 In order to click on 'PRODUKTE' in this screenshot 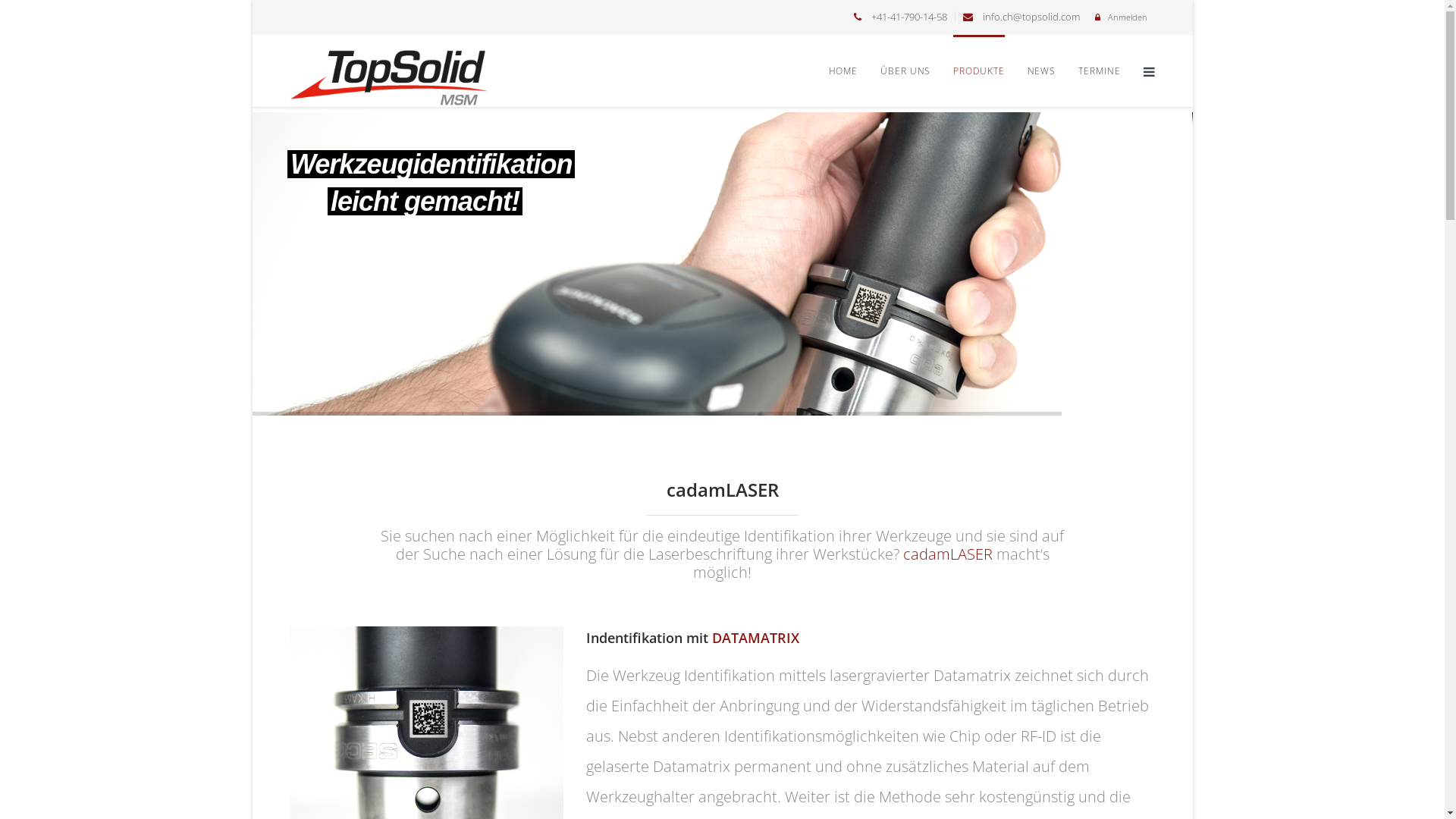, I will do `click(952, 71)`.